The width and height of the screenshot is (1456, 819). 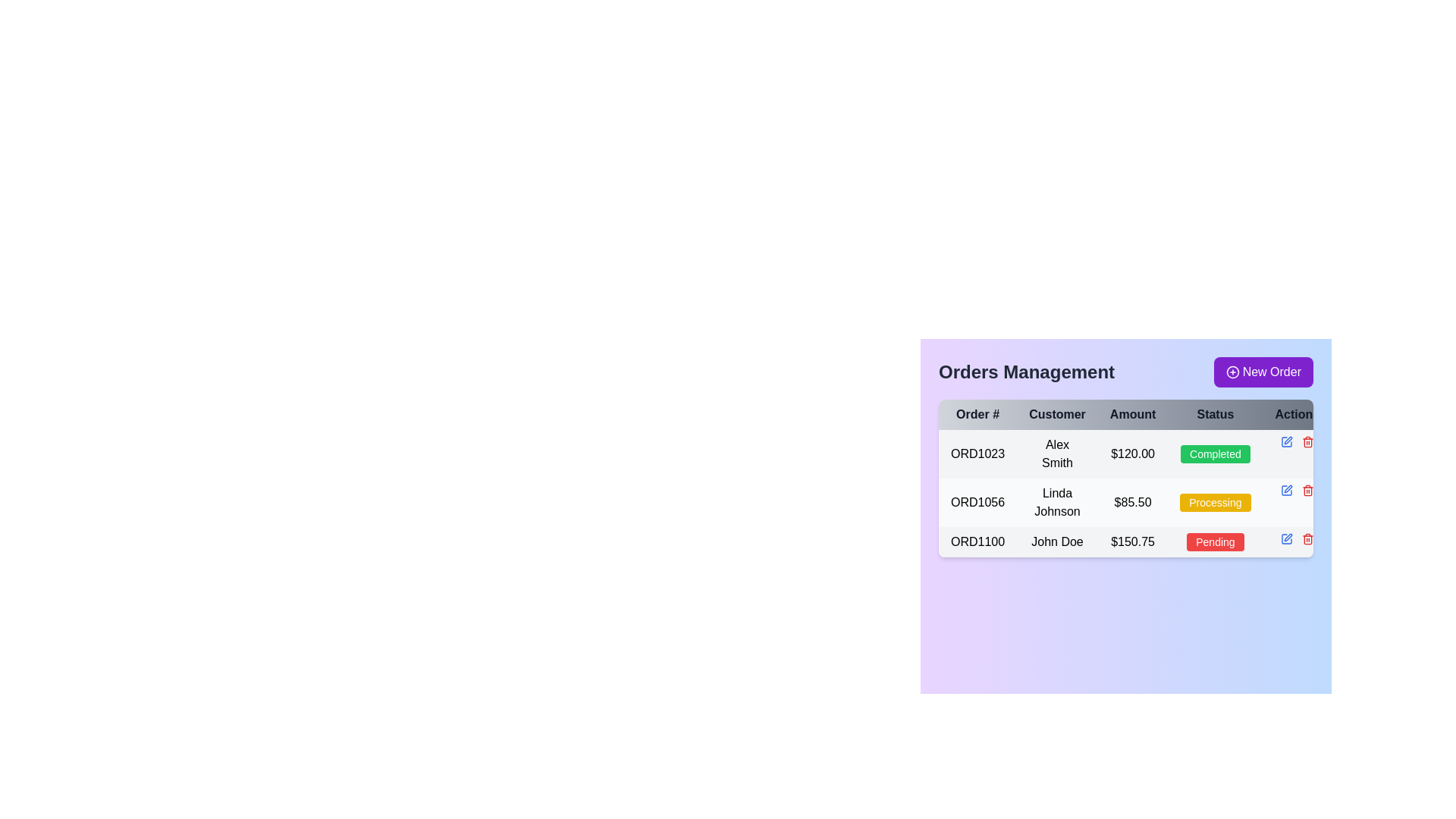 I want to click on the pen icon button located in the 'Action' column of the 'Orders Management' table for order 'ORD1100' to trigger the tooltip or hover effect, so click(x=1287, y=537).